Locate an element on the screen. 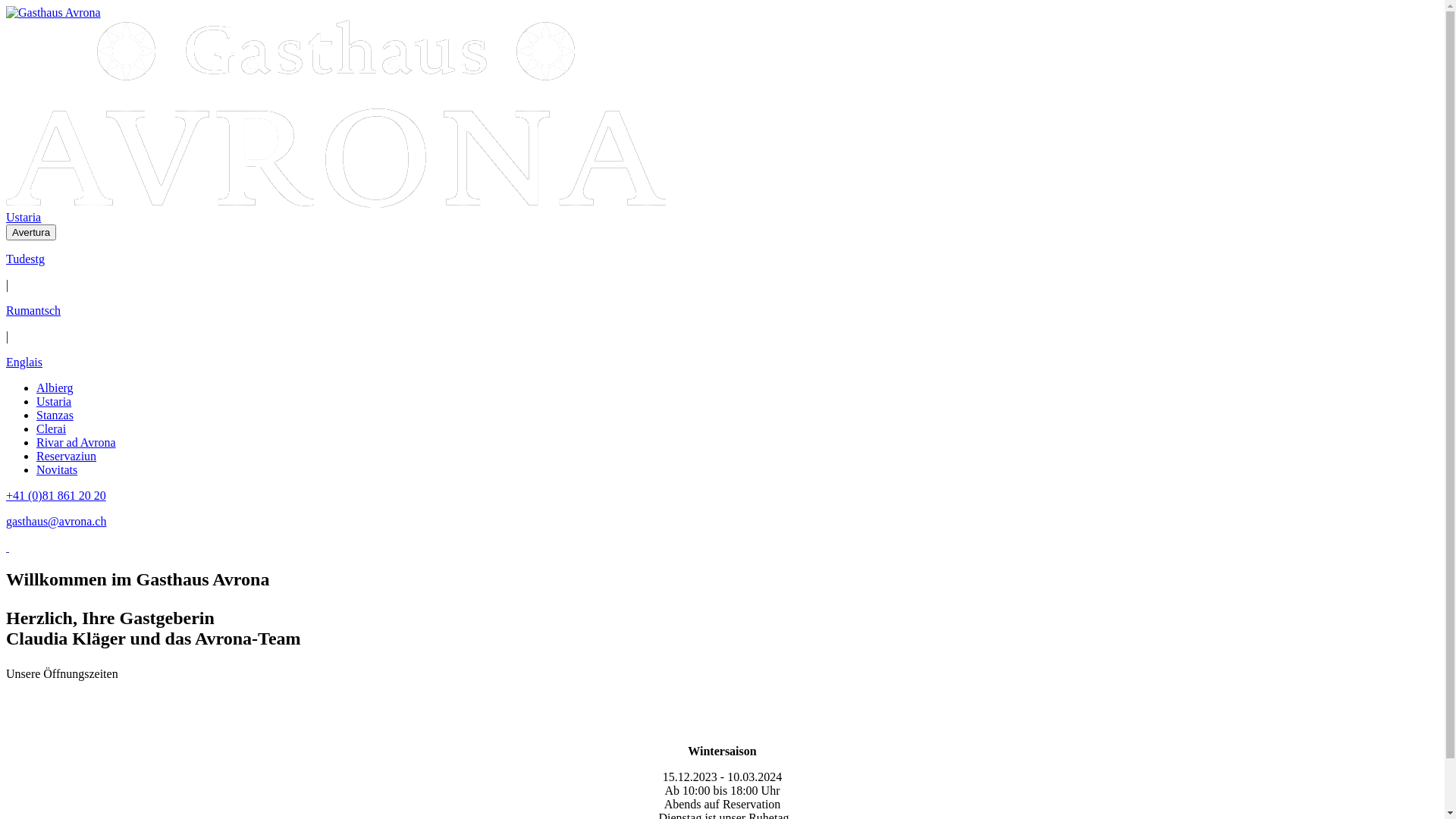 The height and width of the screenshot is (819, 1456). 'Englais' is located at coordinates (24, 362).